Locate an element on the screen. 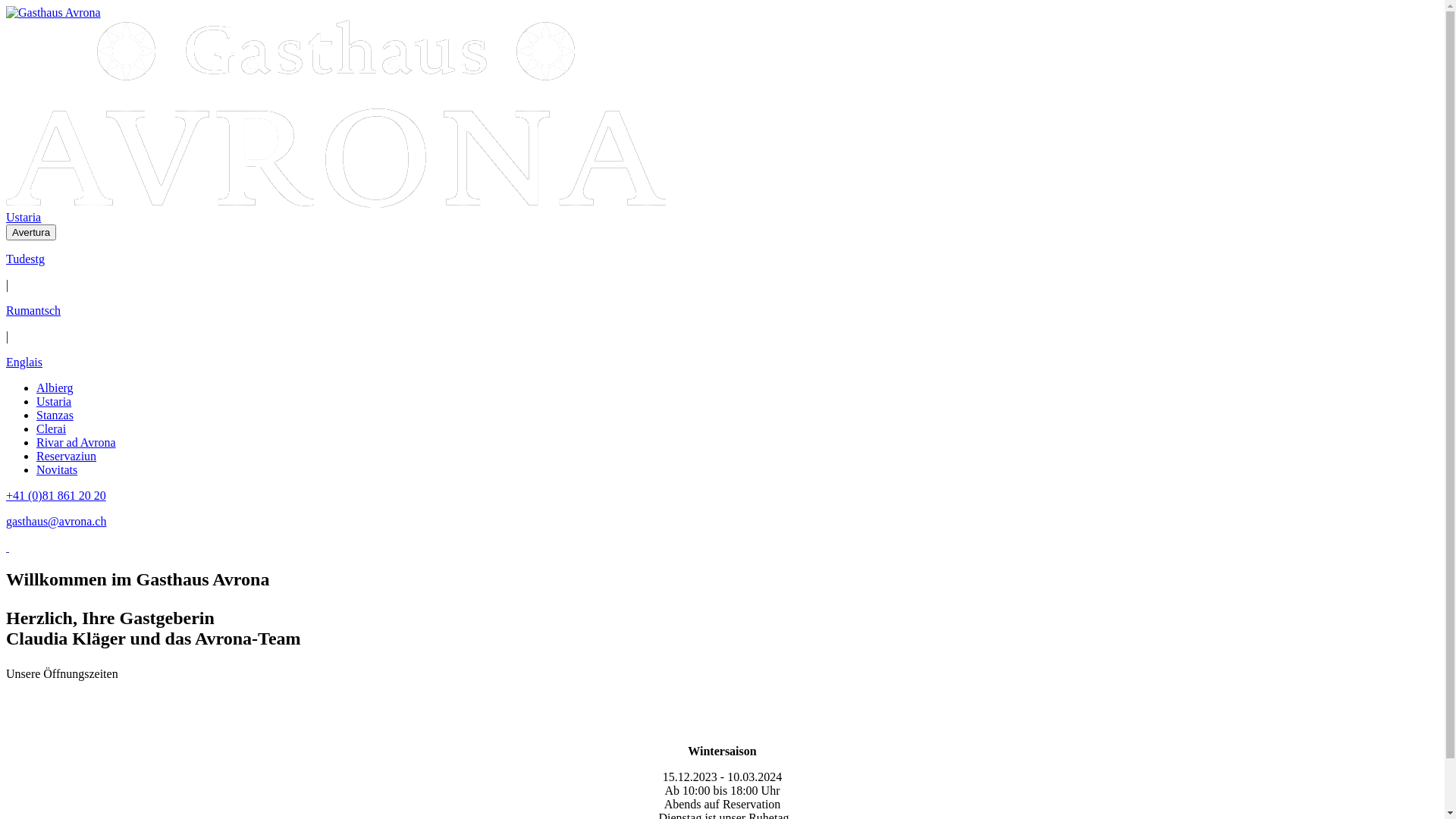 The height and width of the screenshot is (819, 1456). 'Englais' is located at coordinates (24, 362).